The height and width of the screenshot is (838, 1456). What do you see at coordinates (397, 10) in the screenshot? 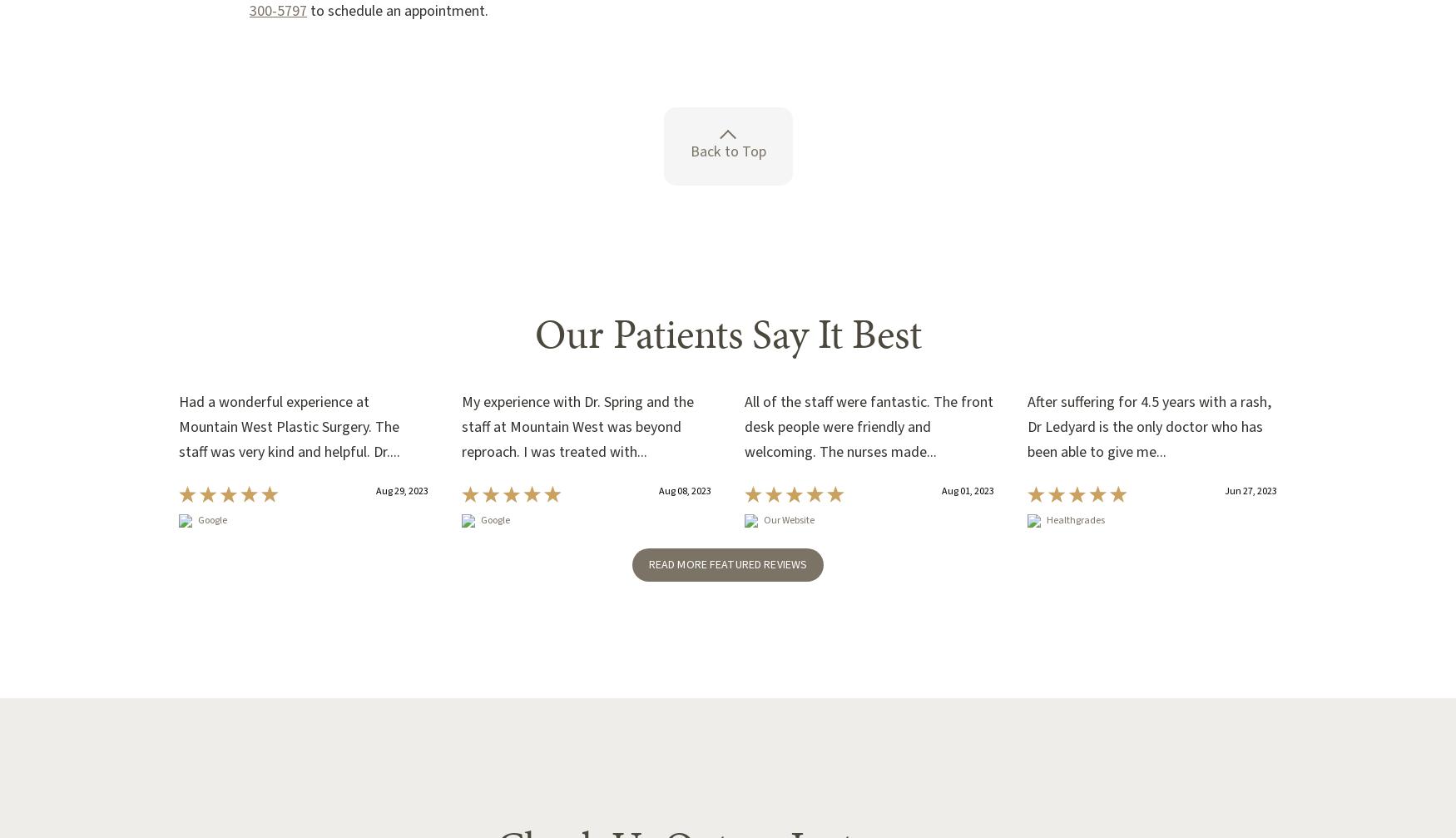
I see `'to schedule an appointment.'` at bounding box center [397, 10].